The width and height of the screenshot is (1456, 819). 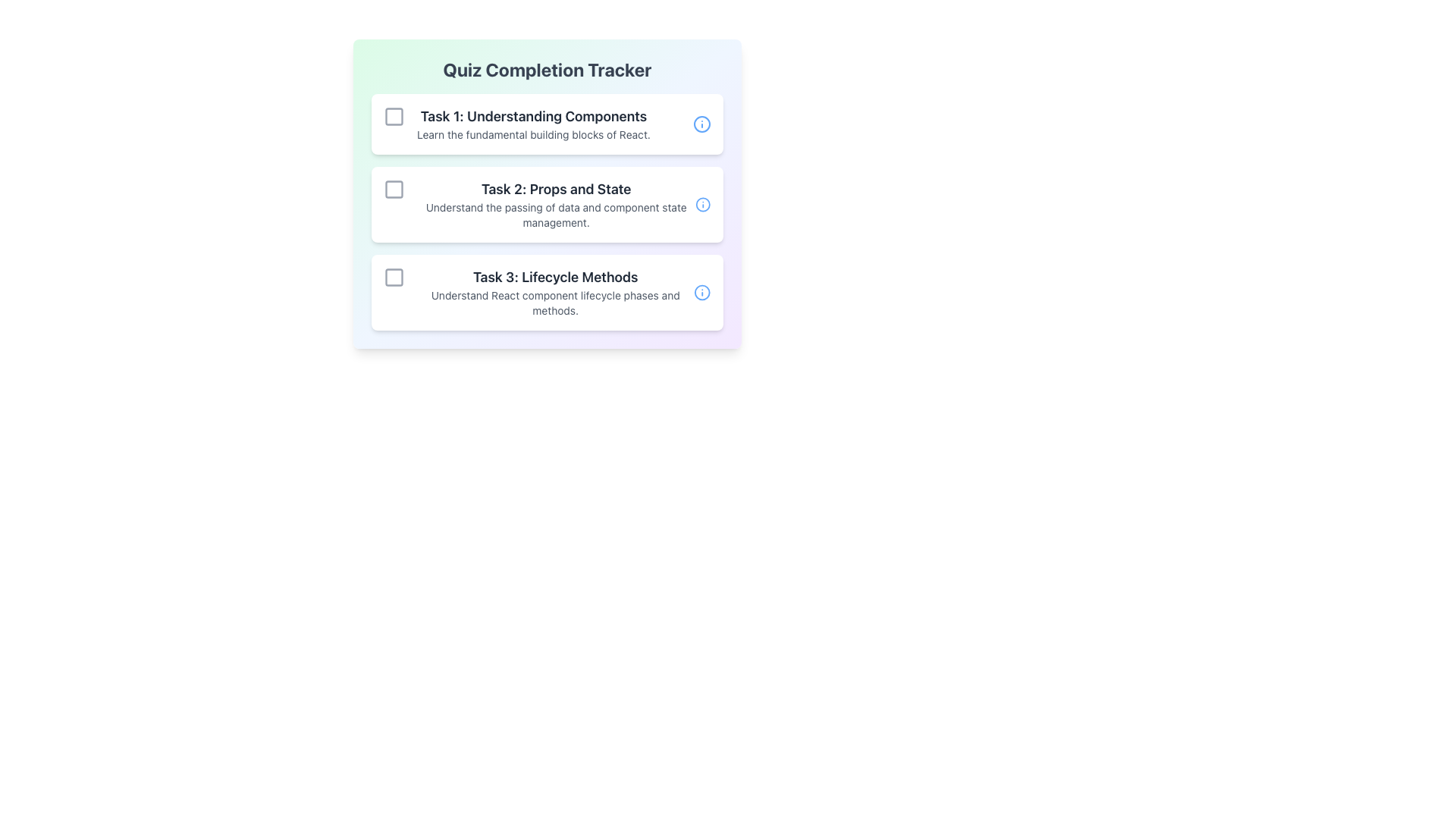 What do you see at coordinates (516, 124) in the screenshot?
I see `text content of the first task segment in the 'Quiz Completion Tracker' interface, positioned below the header and above the second task segment` at bounding box center [516, 124].